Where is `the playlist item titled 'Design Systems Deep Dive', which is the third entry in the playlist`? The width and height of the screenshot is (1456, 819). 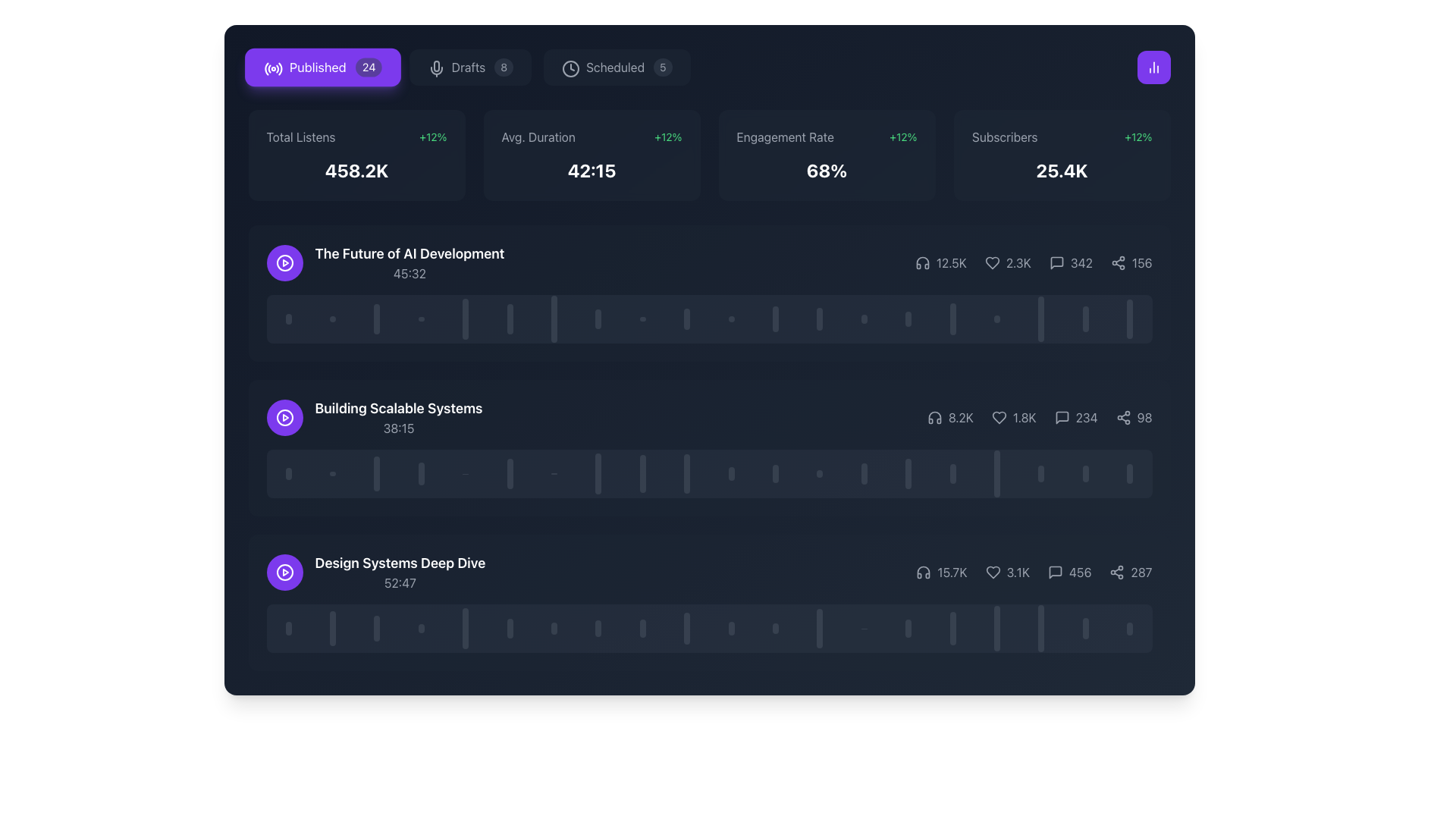 the playlist item titled 'Design Systems Deep Dive', which is the third entry in the playlist is located at coordinates (708, 573).